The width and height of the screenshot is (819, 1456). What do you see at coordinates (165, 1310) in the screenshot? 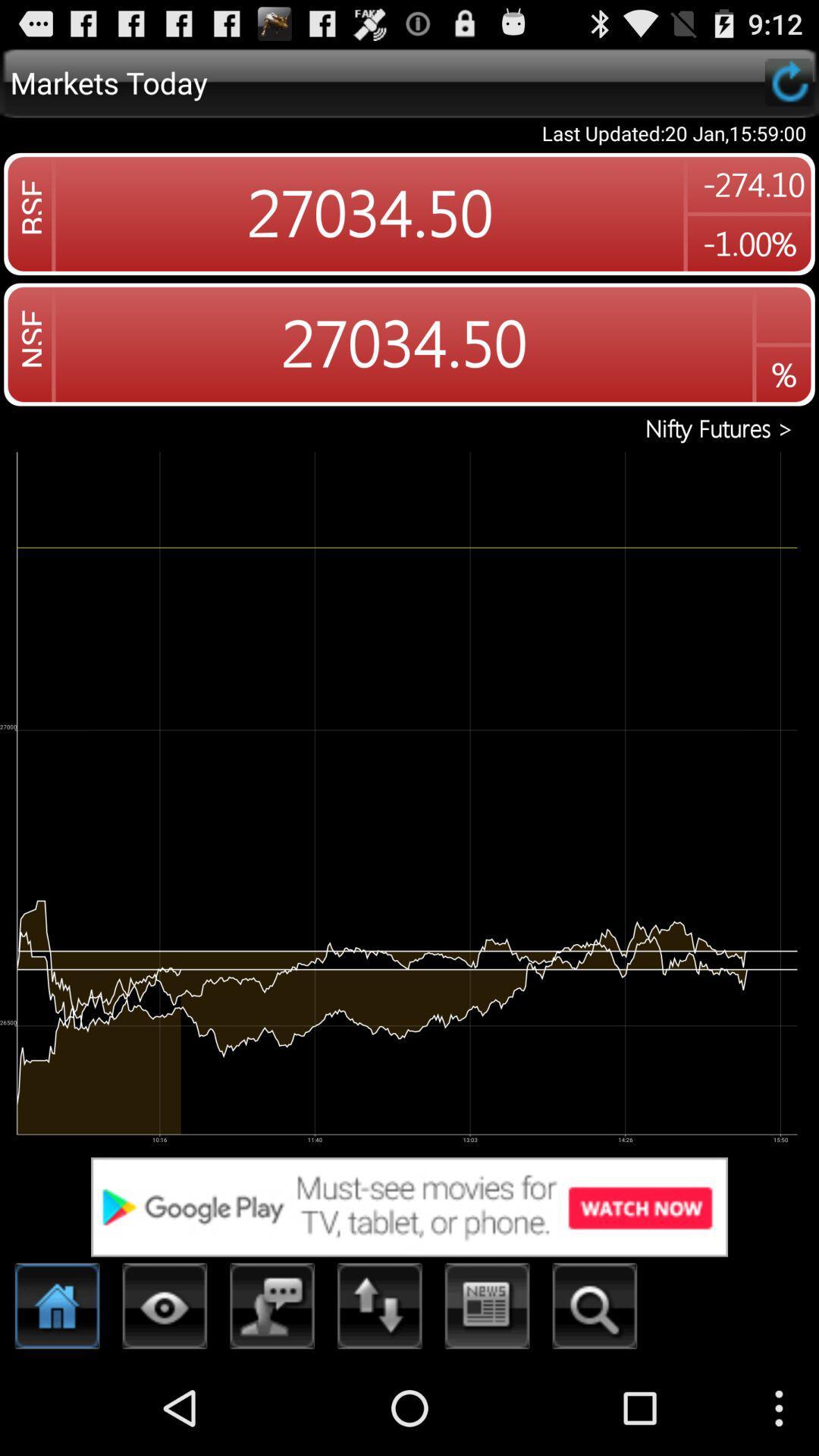
I see `change view` at bounding box center [165, 1310].